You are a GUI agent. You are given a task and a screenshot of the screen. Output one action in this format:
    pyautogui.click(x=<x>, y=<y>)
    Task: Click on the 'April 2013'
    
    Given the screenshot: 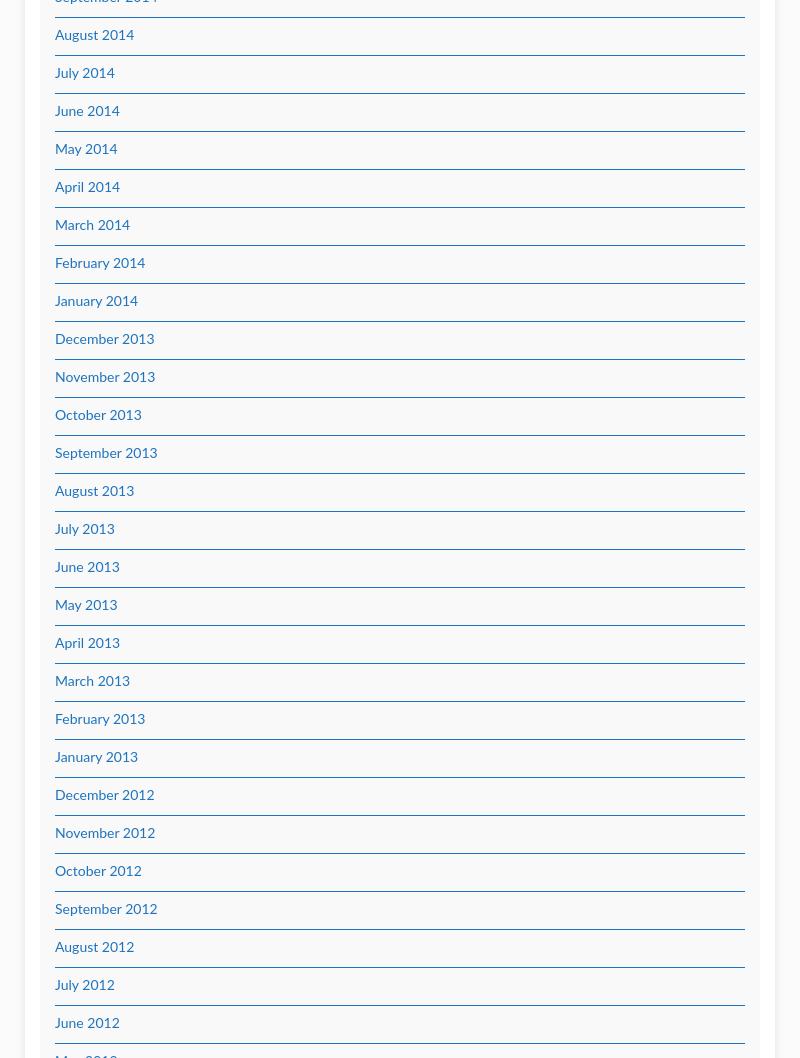 What is the action you would take?
    pyautogui.click(x=87, y=643)
    